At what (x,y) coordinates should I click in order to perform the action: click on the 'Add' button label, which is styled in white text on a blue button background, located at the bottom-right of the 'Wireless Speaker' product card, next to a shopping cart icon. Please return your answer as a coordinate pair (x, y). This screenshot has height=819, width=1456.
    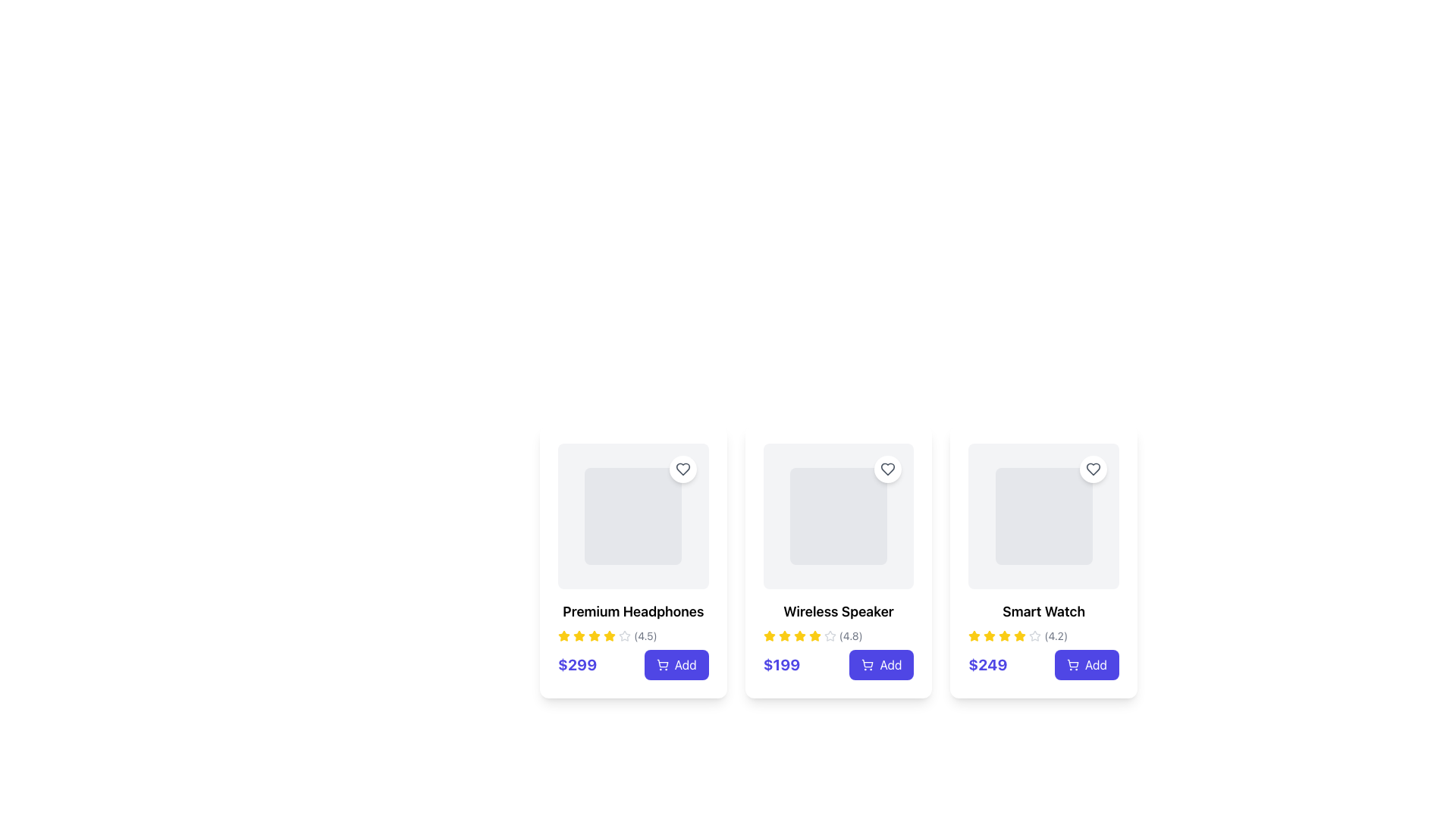
    Looking at the image, I should click on (890, 664).